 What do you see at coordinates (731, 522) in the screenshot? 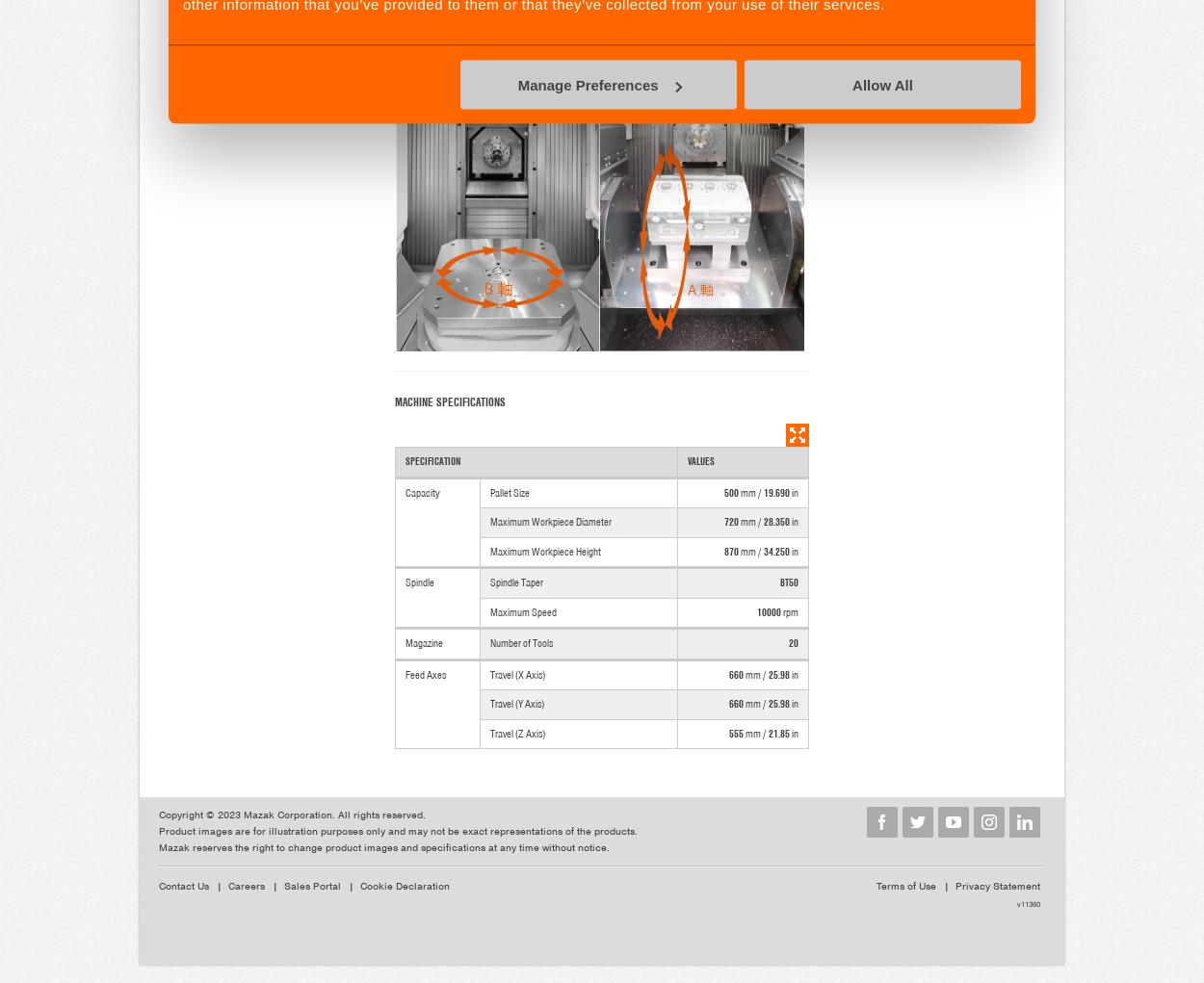
I see `'720'` at bounding box center [731, 522].